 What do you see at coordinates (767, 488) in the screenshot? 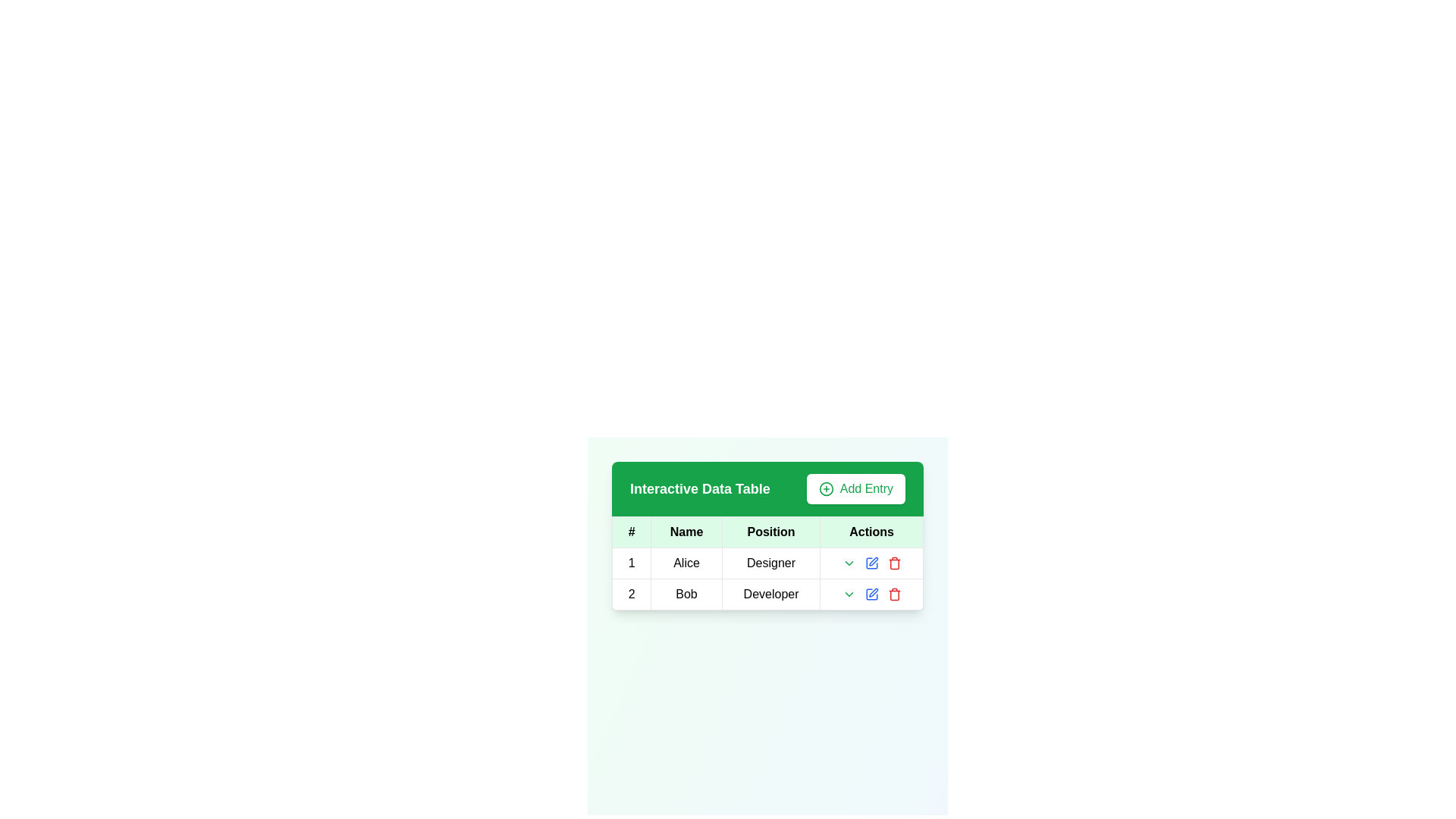
I see `the header section labeled 'Interactive Data Table' or the 'Add Entry' button on the right side for interactions on touch devices` at bounding box center [767, 488].